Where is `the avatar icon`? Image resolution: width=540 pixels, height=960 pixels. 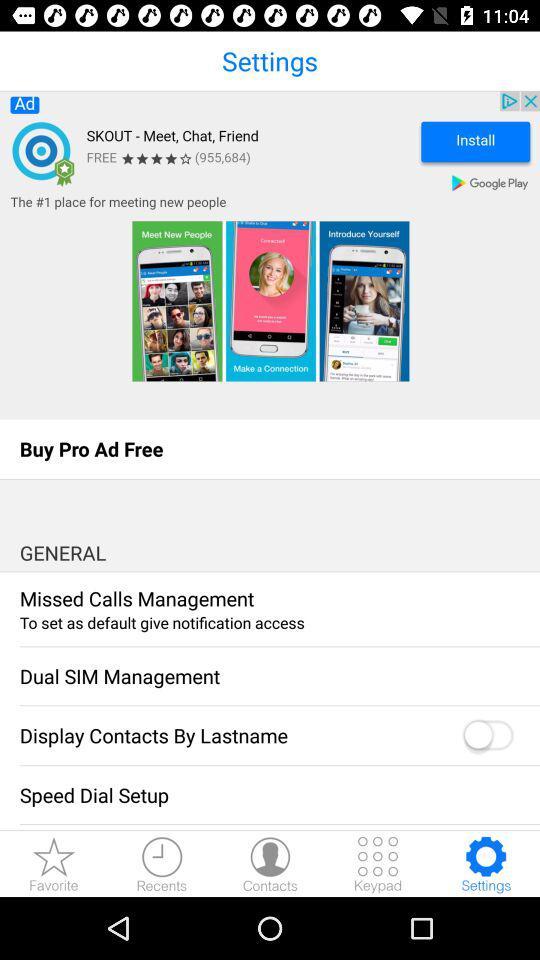 the avatar icon is located at coordinates (270, 863).